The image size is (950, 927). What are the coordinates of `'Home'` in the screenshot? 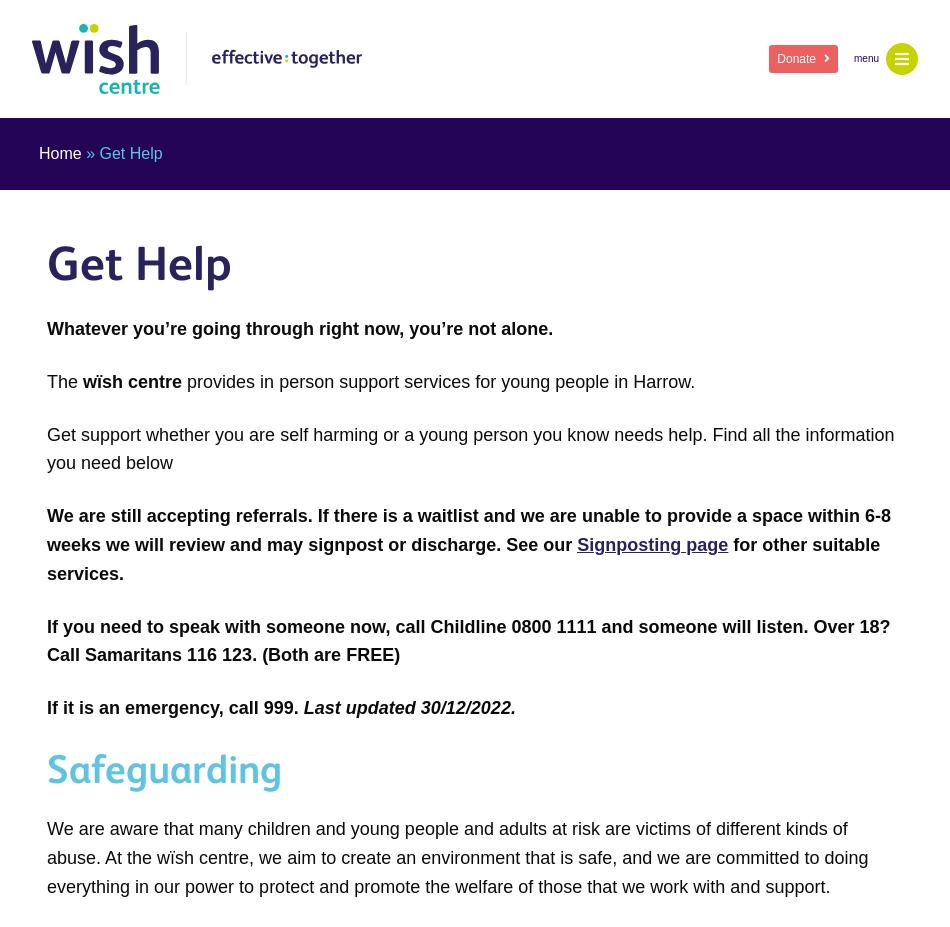 It's located at (60, 152).